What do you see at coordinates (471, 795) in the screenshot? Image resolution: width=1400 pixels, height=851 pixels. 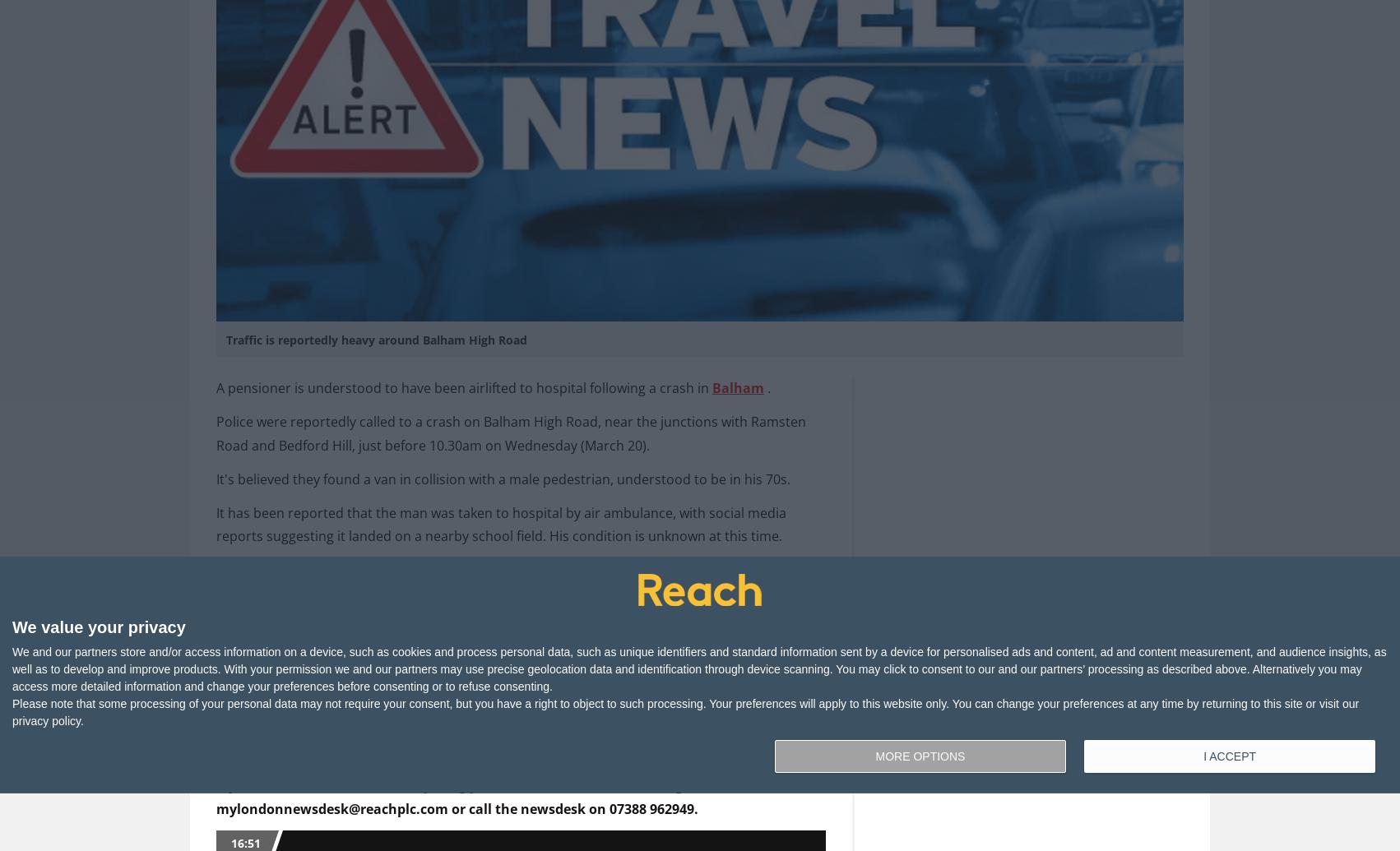 I see `'If you ever see or hear about anything you think we should be covering, email mylondonnewsdesk@reachplc.com or call the newsdesk on 07388 962949.'` at bounding box center [471, 795].